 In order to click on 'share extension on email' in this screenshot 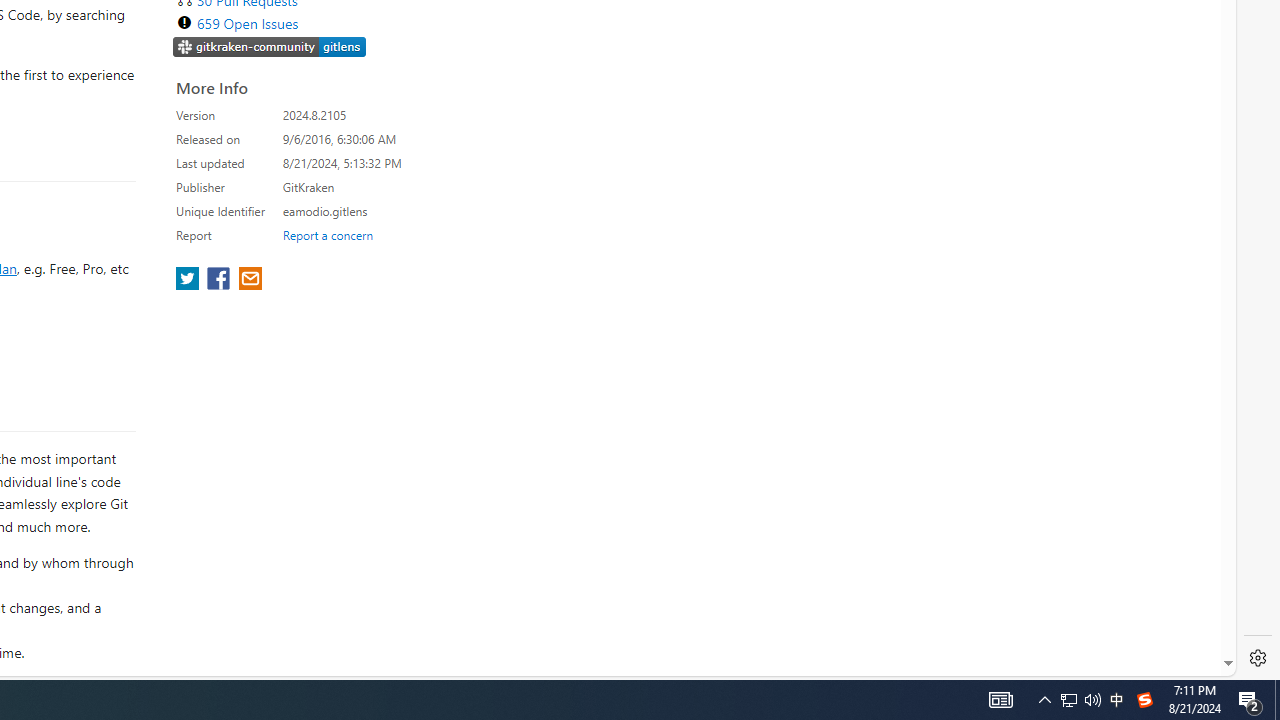, I will do `click(248, 280)`.